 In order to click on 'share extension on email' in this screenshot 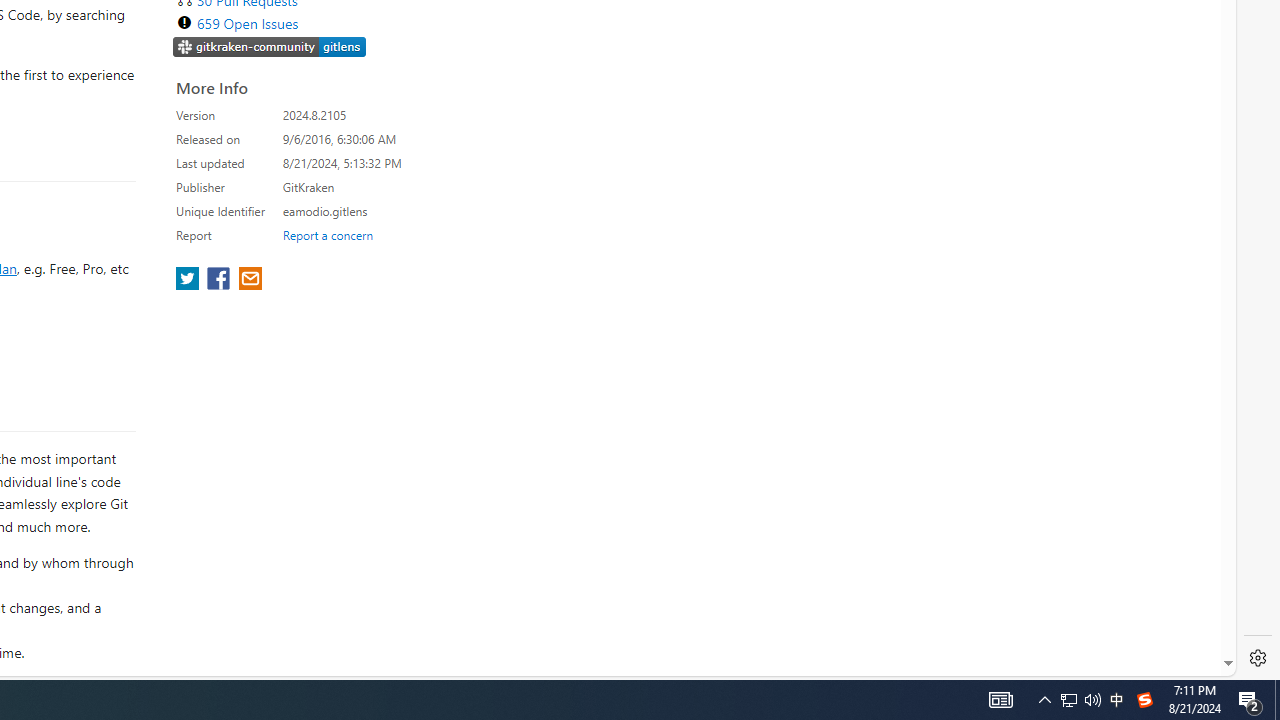, I will do `click(248, 280)`.